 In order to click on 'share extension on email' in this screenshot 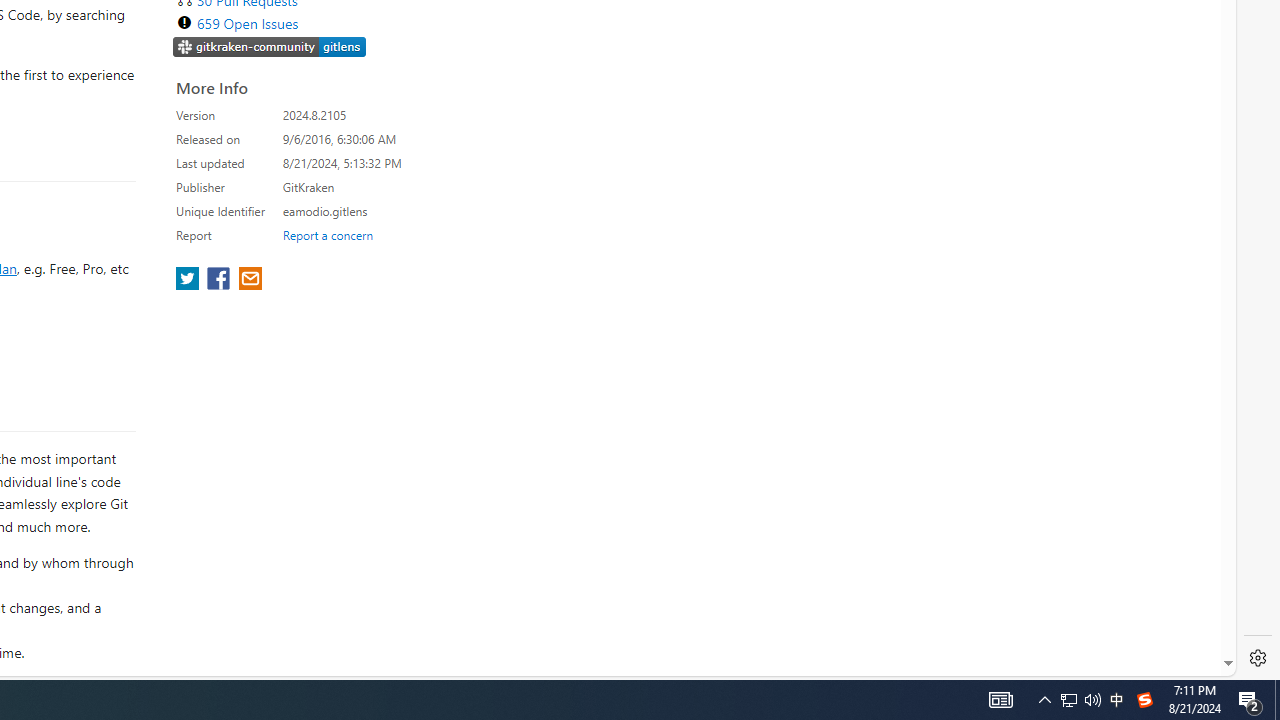, I will do `click(248, 280)`.